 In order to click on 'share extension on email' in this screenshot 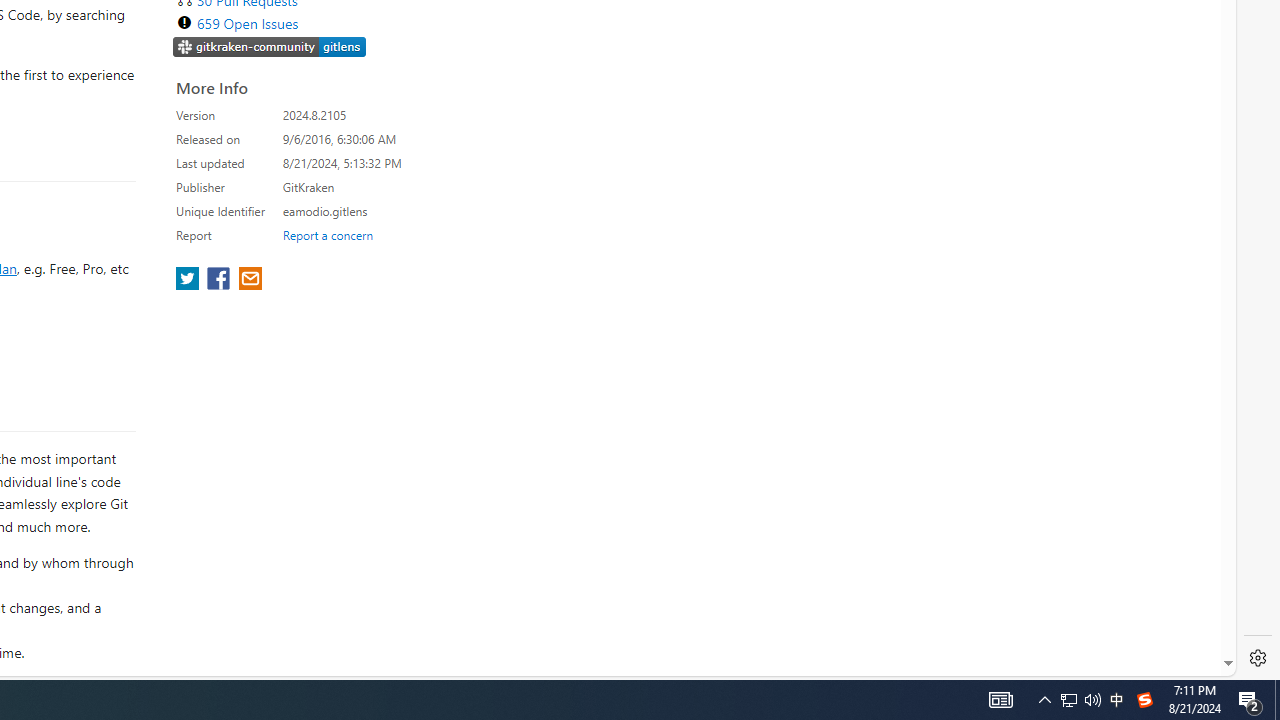, I will do `click(248, 280)`.